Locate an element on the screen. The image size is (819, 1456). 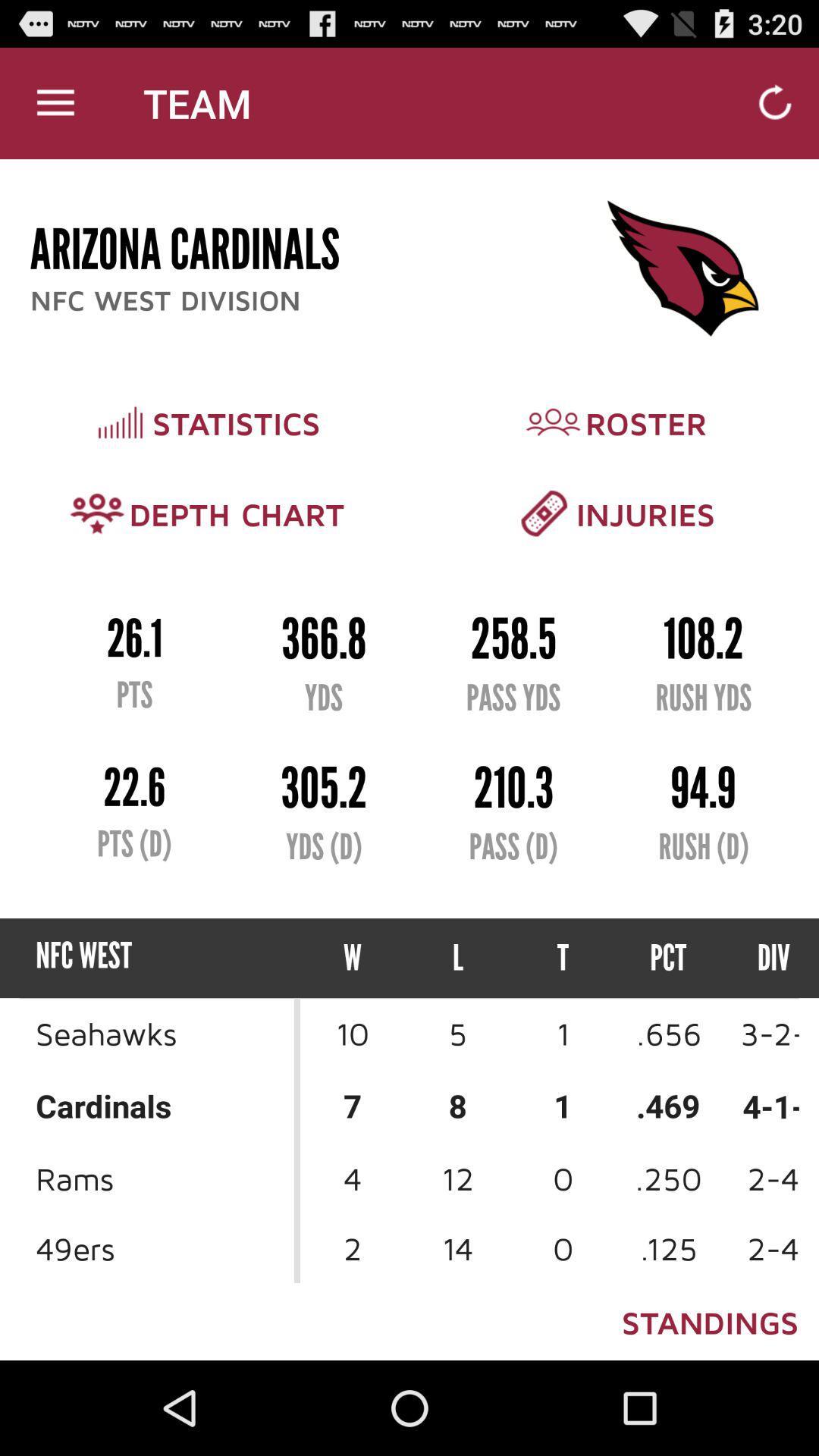
the icon next to team is located at coordinates (55, 102).